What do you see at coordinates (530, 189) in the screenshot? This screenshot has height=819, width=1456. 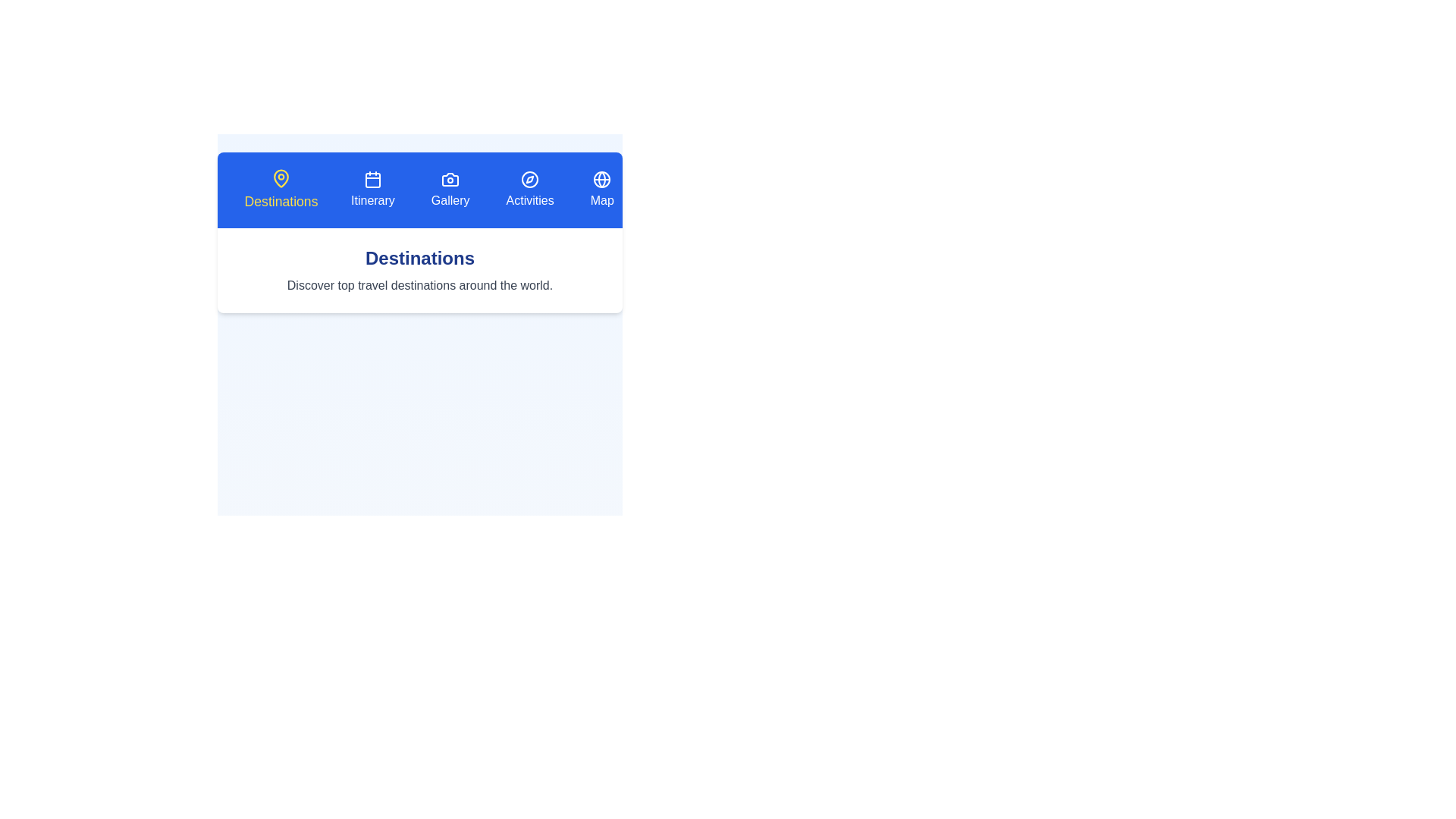 I see `the rectangular blue button labeled 'Activities' with a compass icon above the text` at bounding box center [530, 189].